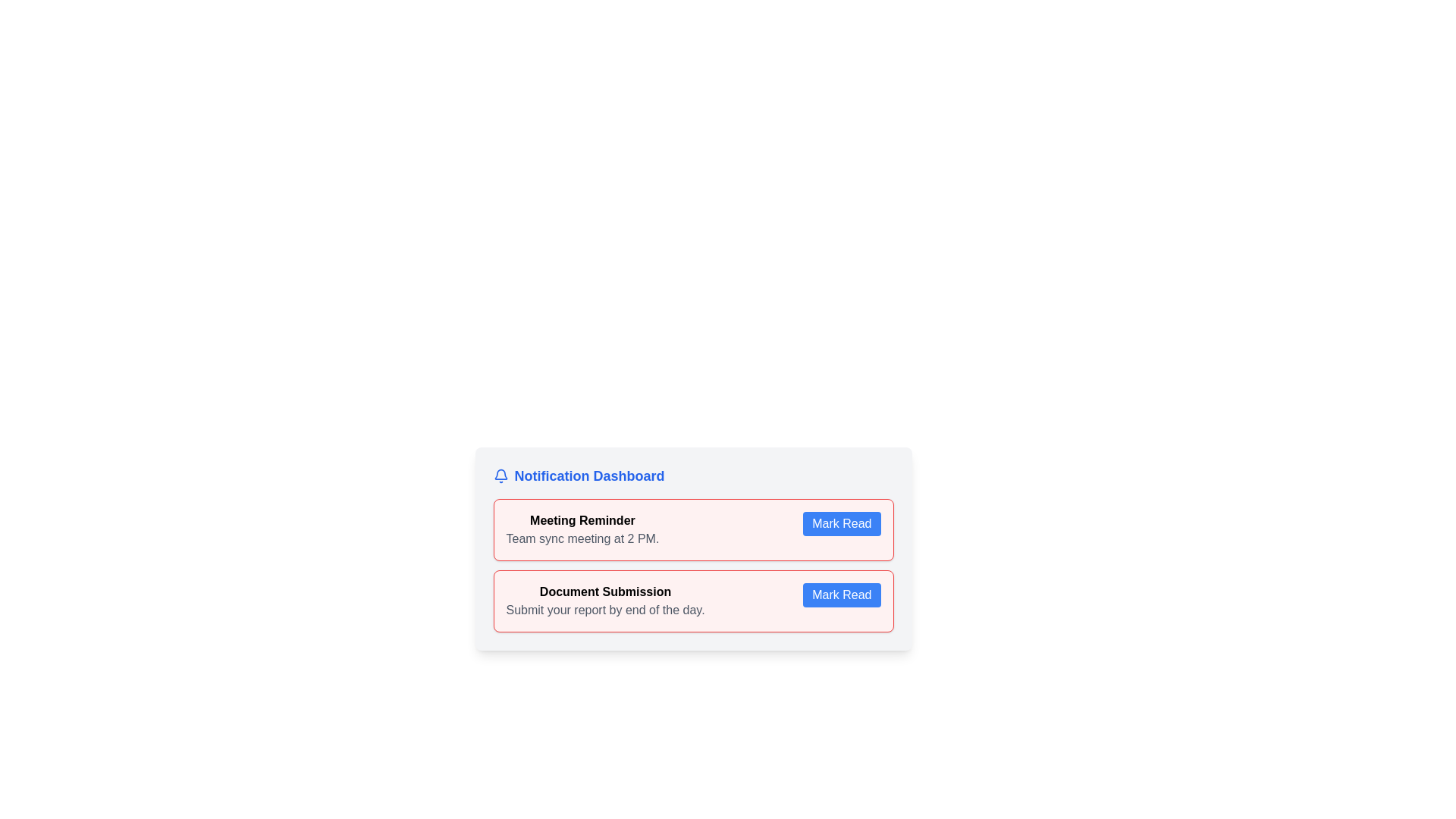 This screenshot has height=819, width=1456. I want to click on the bolded text label reading 'Document Submission' located at the top of the notification card below the 'Meeting Reminder' title, so click(604, 591).